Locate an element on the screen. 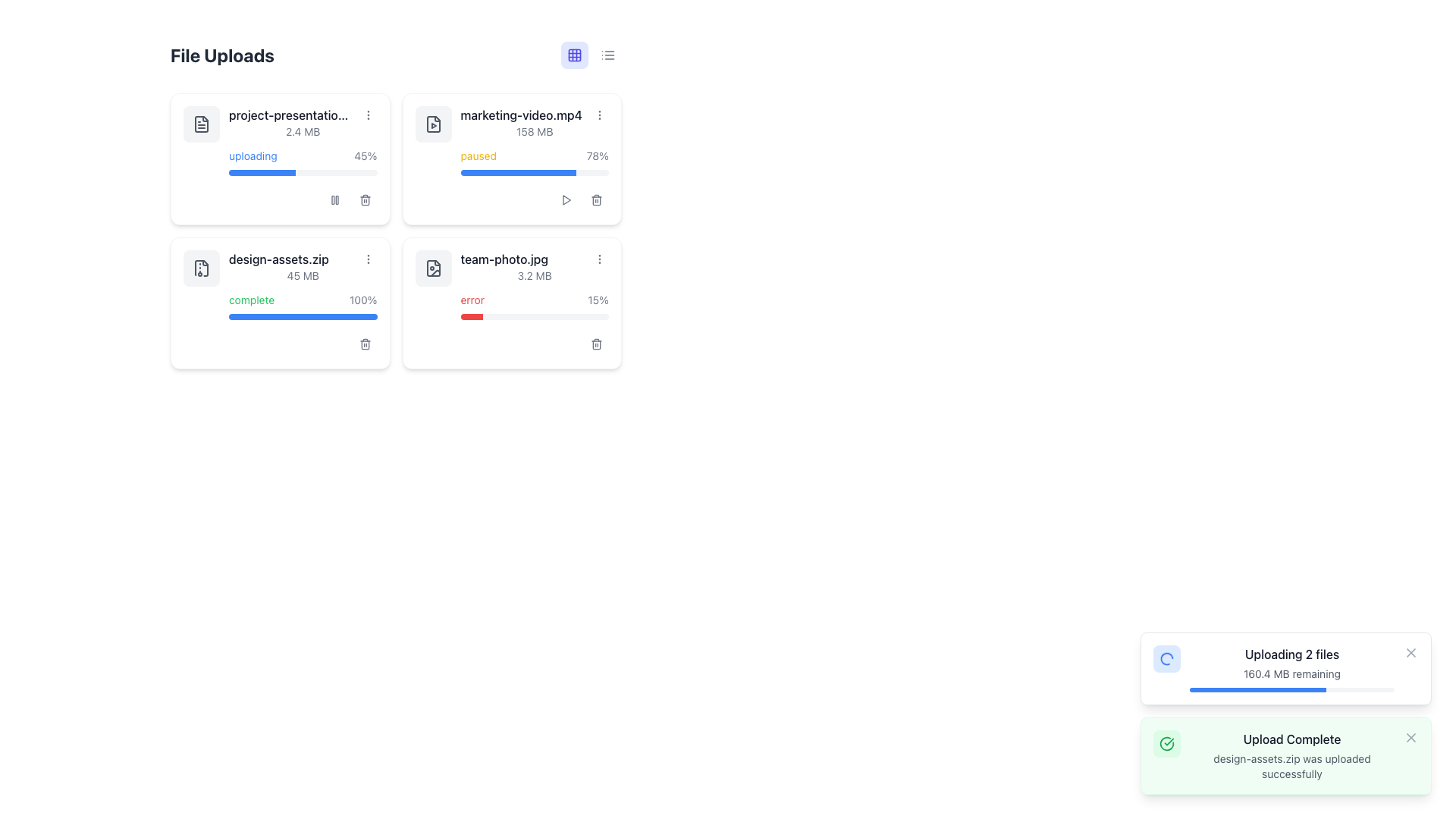  the green notification box at the bottom right of the interface that indicates 'Upload Complete' is located at coordinates (1285, 755).